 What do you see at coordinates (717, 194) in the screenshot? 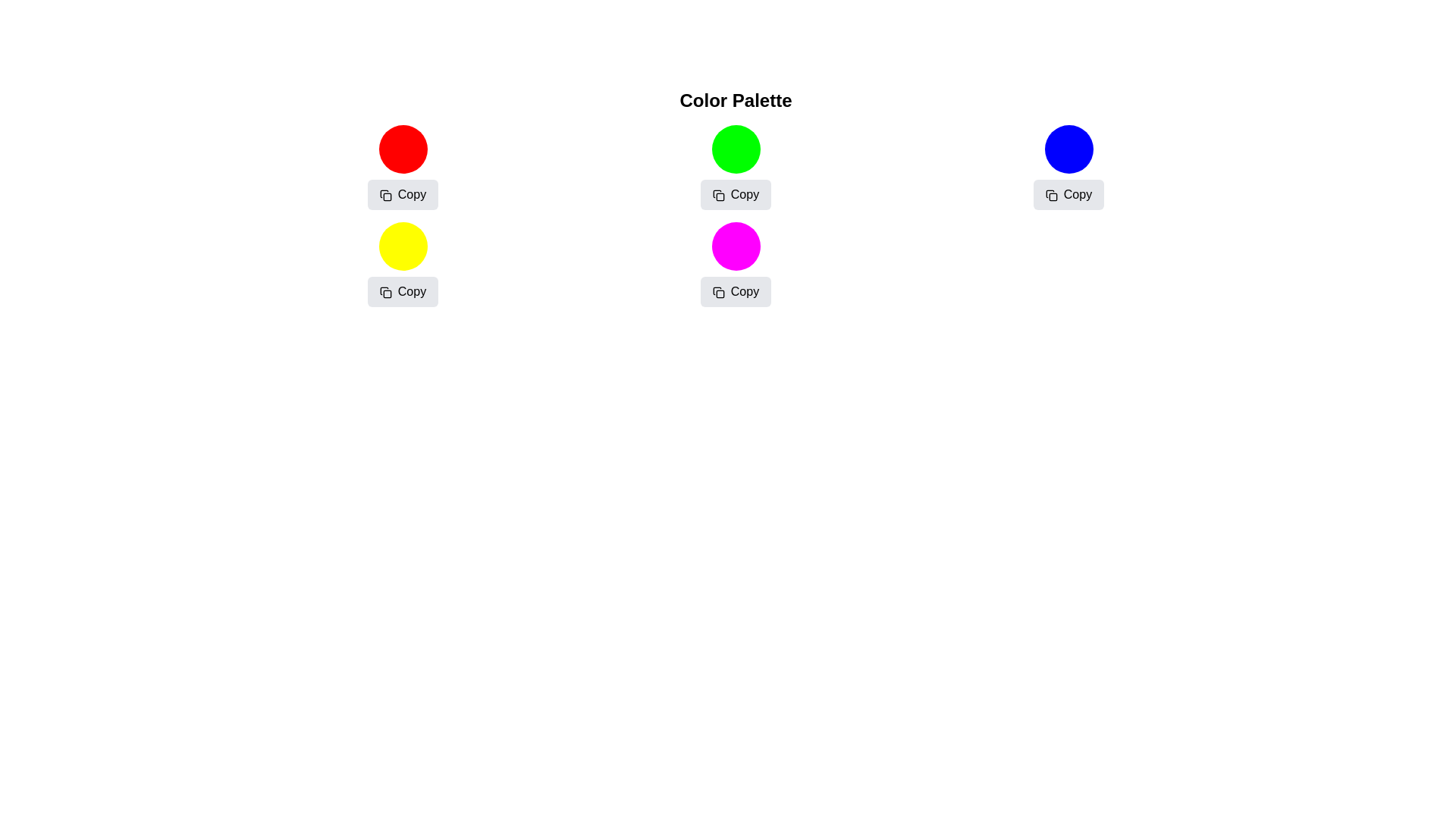
I see `the 'Copy' icon that is visually associated with the green color swatch, located to the left of the text 'Copy'` at bounding box center [717, 194].